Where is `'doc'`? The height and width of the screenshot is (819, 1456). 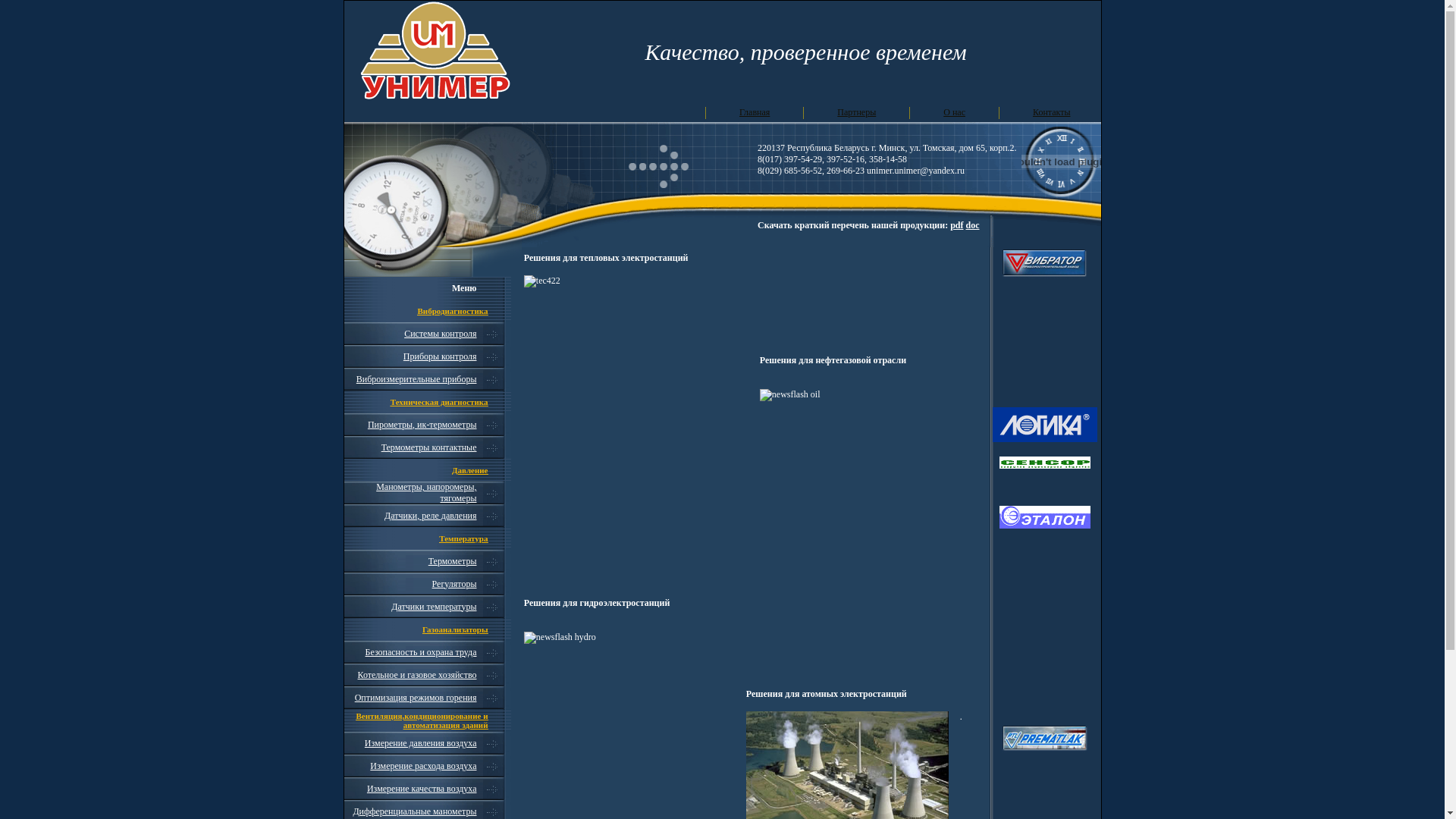
'doc' is located at coordinates (972, 225).